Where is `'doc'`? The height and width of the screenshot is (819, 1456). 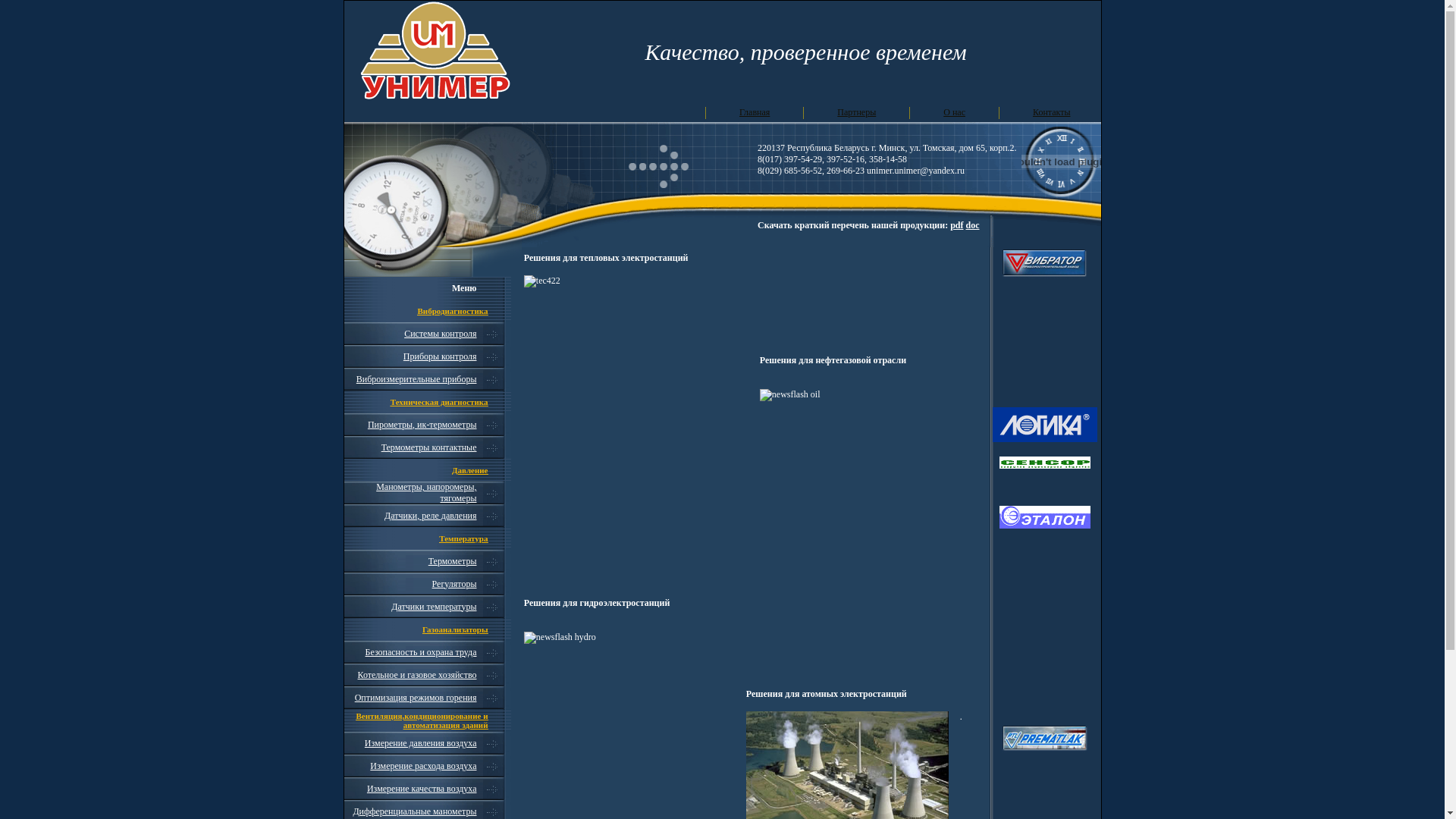
'doc' is located at coordinates (972, 225).